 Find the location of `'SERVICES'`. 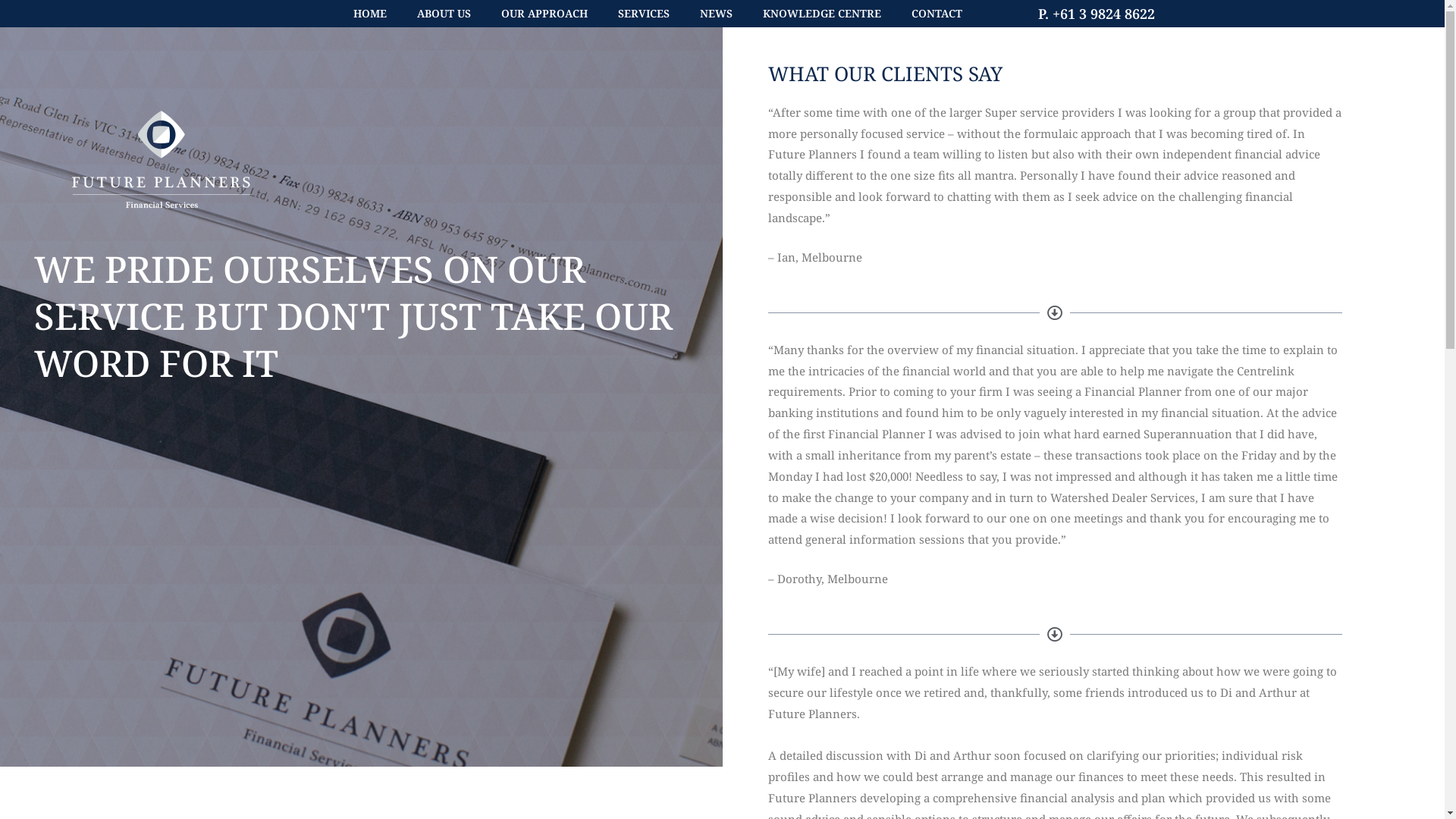

'SERVICES' is located at coordinates (643, 14).